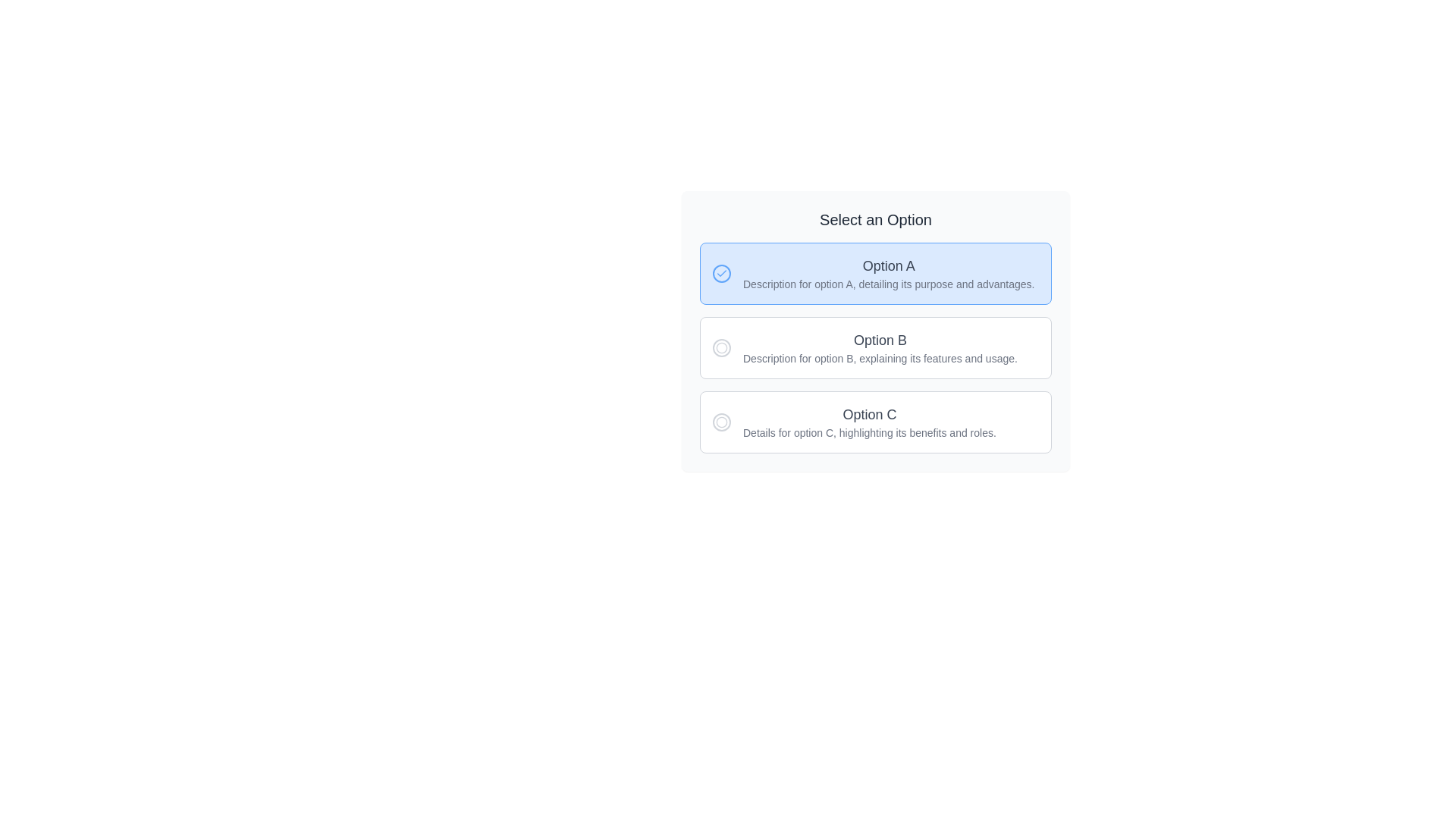 The height and width of the screenshot is (819, 1456). What do you see at coordinates (870, 415) in the screenshot?
I see `the text label that serves as the title for the third selectable option in a vertical list, positioned above the descriptive text 'Details for option C.'` at bounding box center [870, 415].